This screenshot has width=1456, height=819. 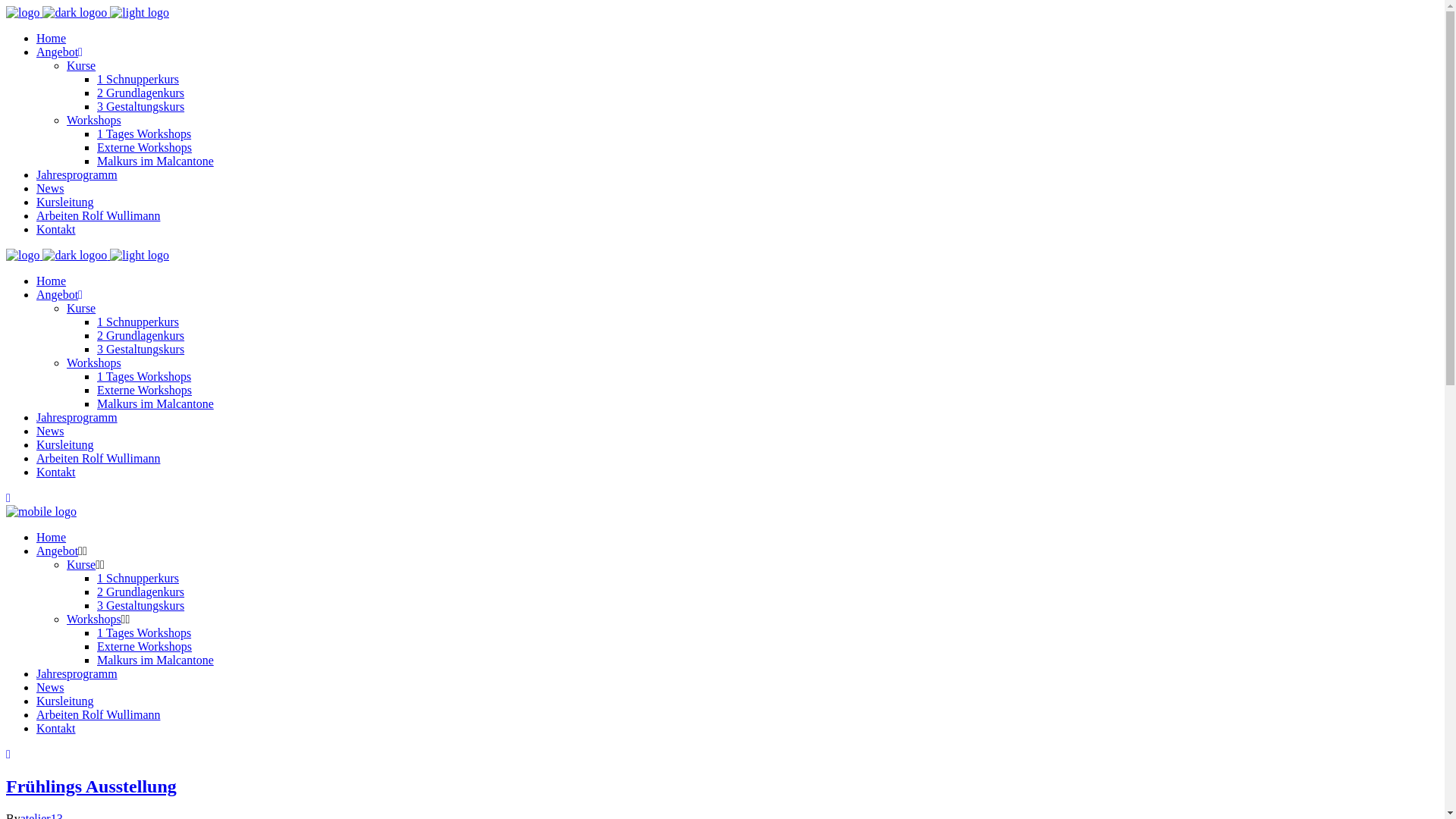 I want to click on 'Kontakt', so click(x=36, y=471).